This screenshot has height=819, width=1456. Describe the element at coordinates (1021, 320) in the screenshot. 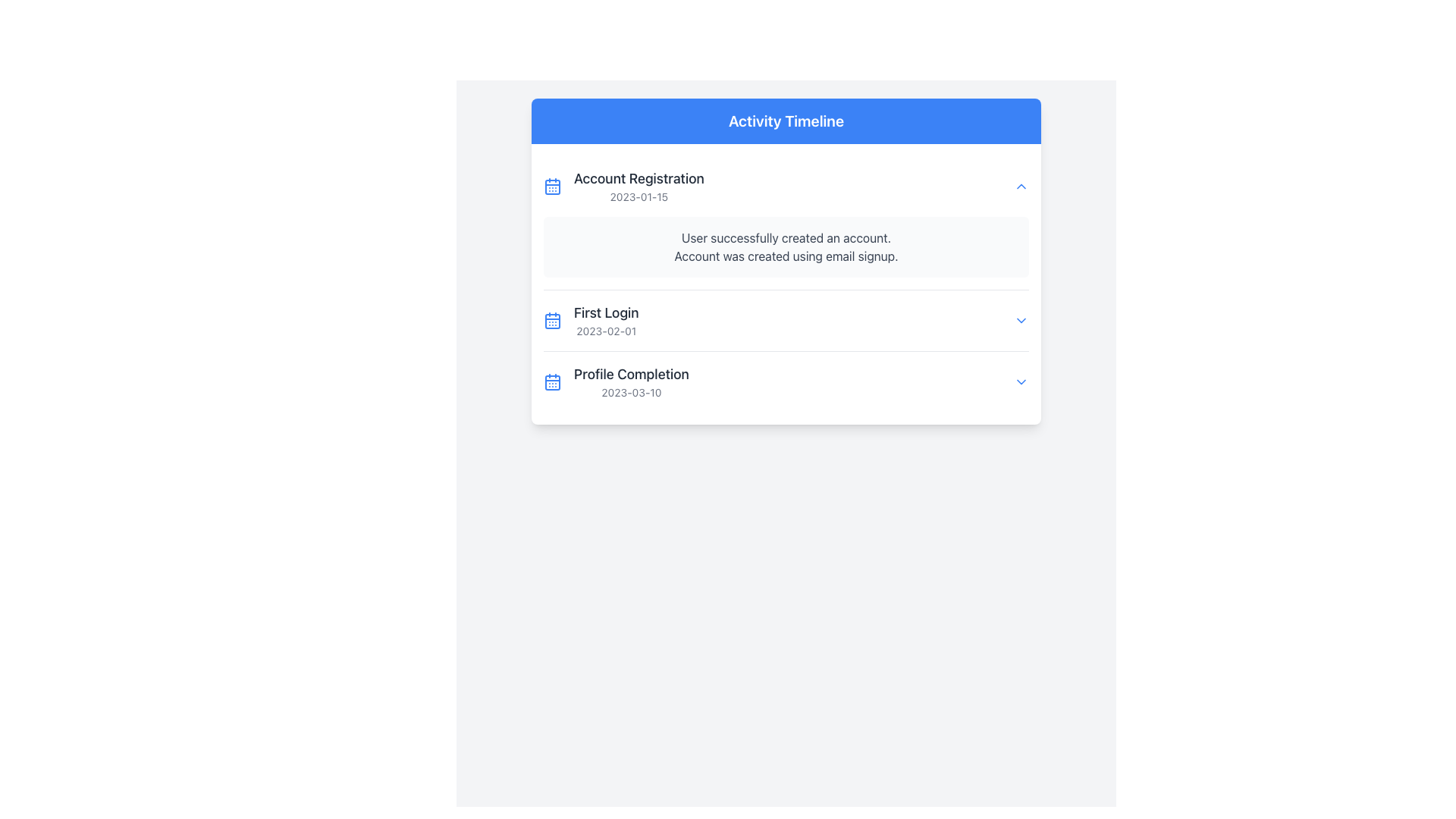

I see `the downward-facing chevron icon styled with blue color, located within the button to the far right of the 'First Login' entry` at that location.